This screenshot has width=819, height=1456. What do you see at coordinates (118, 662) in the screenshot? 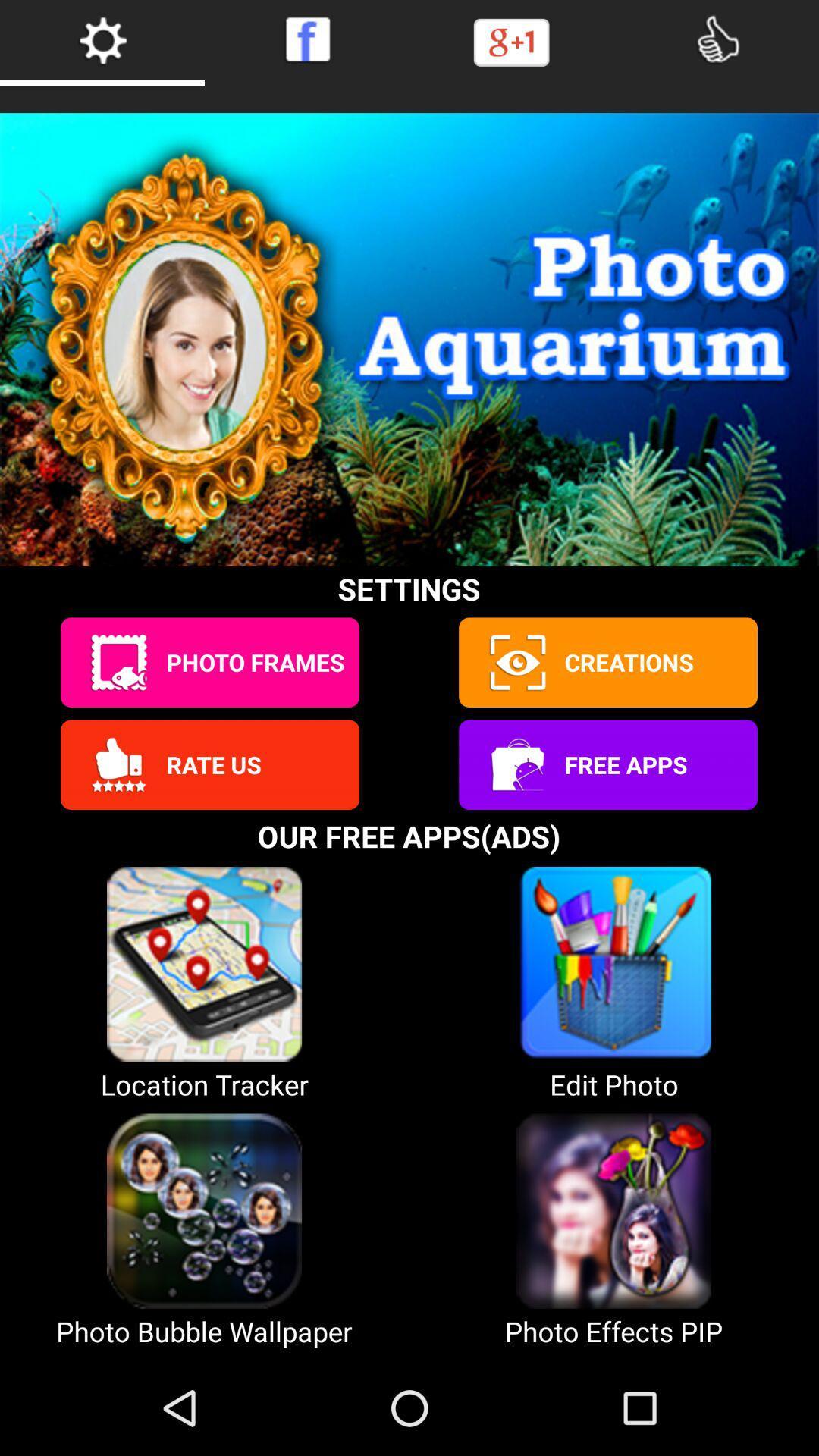
I see `photo frame options` at bounding box center [118, 662].